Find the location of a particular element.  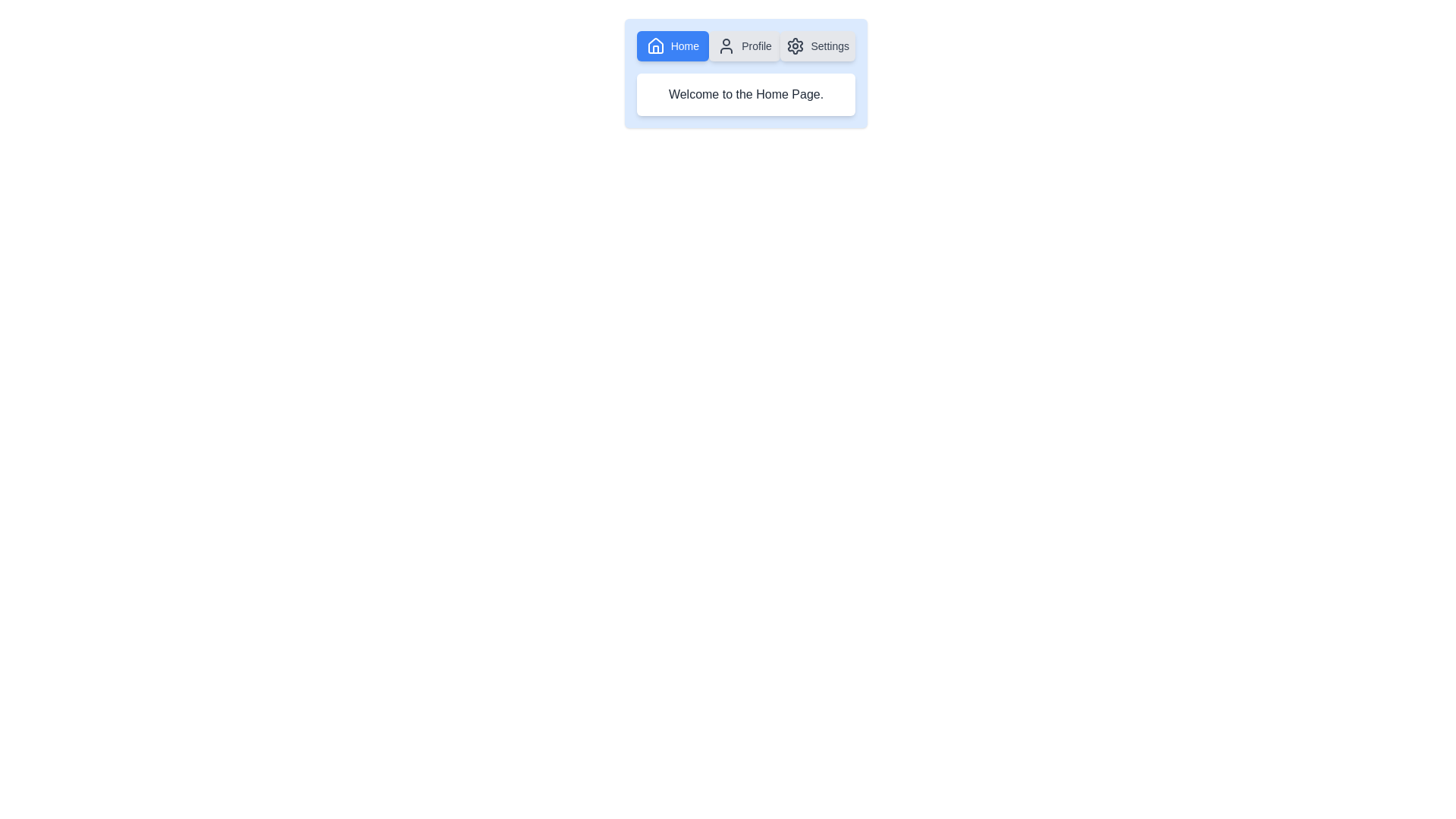

the cogwheel icon located to the left of the 'Settings' text on the button labeled 'Settings' is located at coordinates (795, 45).